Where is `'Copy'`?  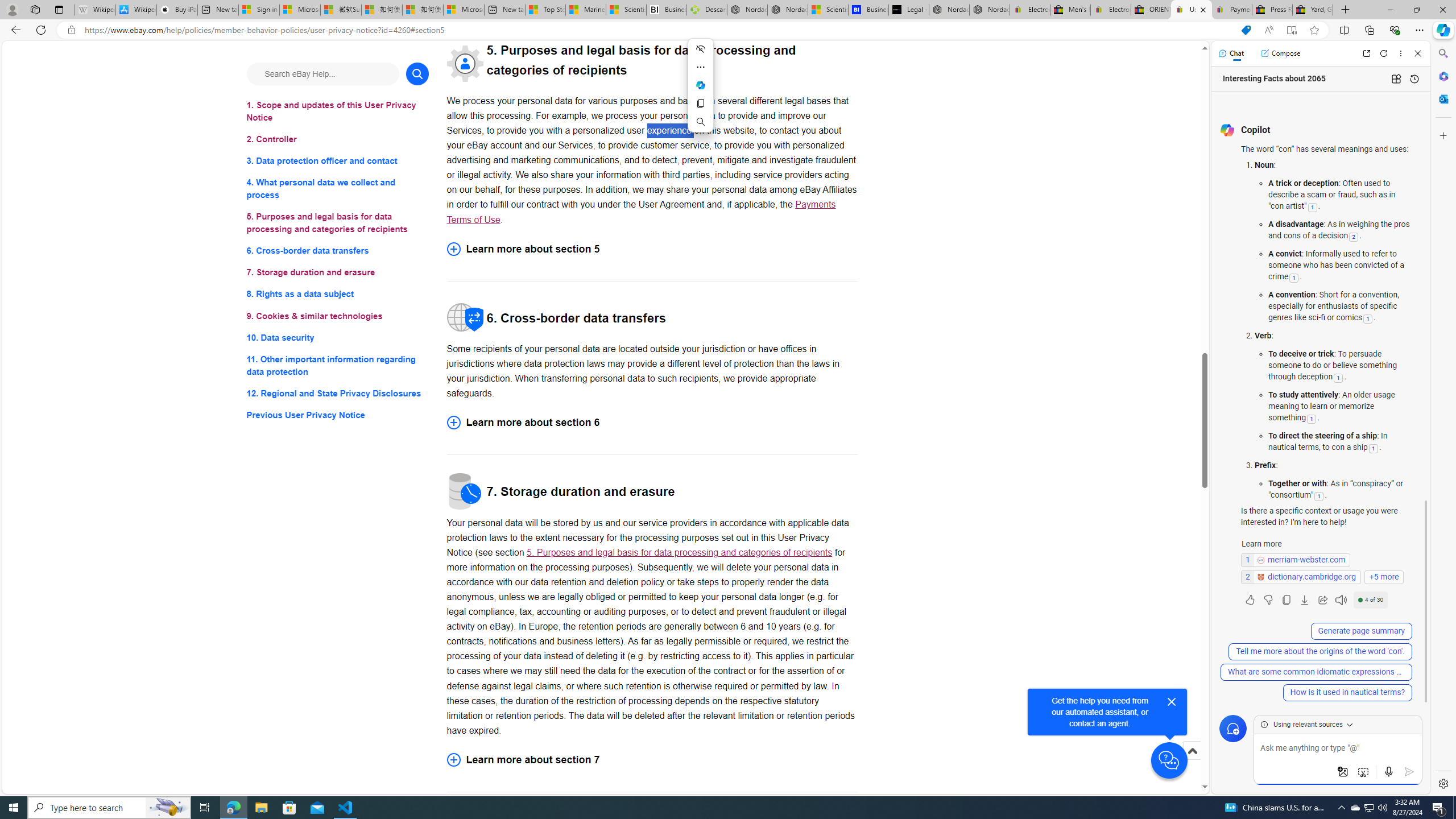
'Copy' is located at coordinates (700, 103).